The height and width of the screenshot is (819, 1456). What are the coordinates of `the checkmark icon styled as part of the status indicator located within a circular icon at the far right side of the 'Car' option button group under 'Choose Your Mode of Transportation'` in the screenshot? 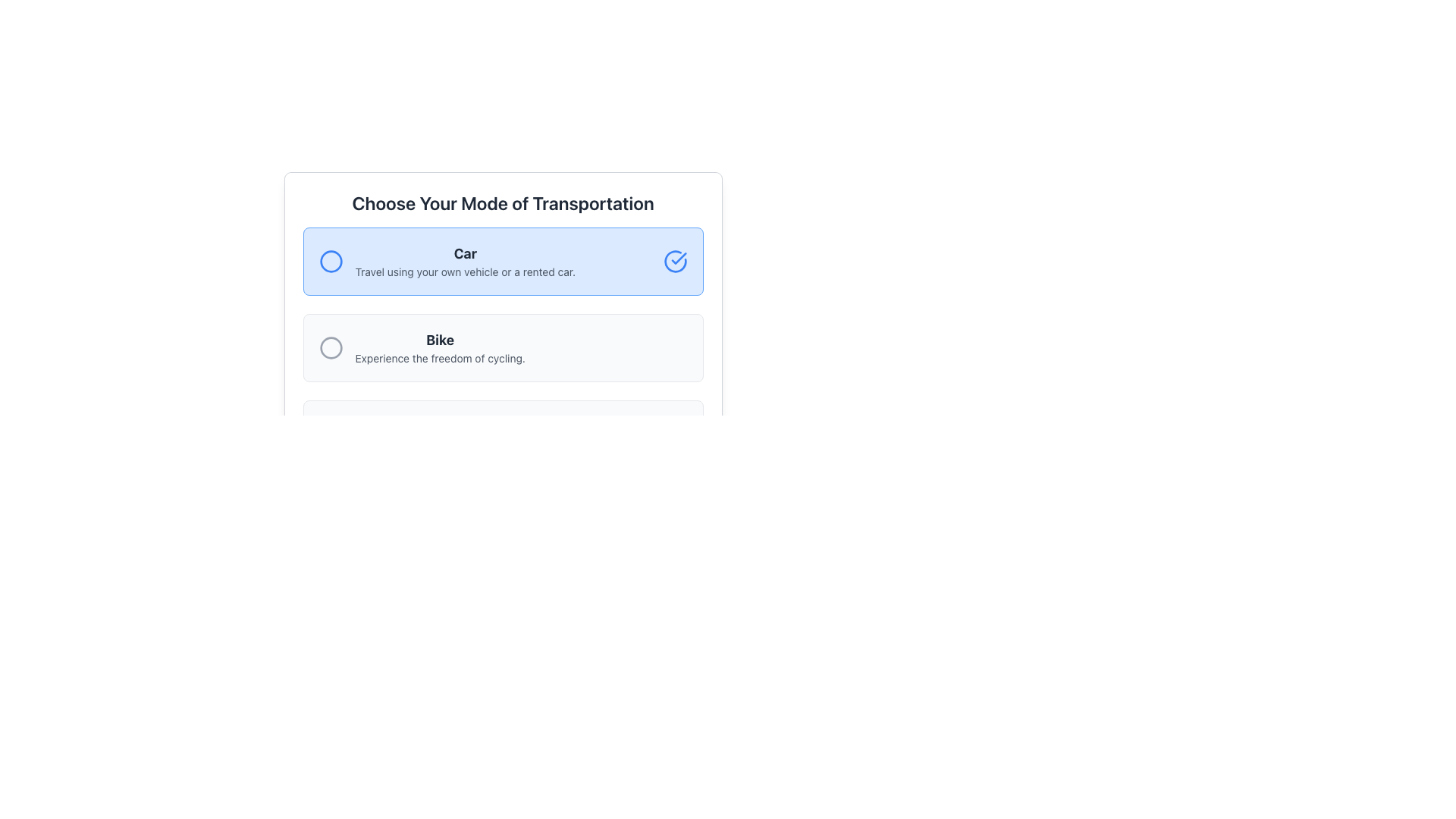 It's located at (678, 257).